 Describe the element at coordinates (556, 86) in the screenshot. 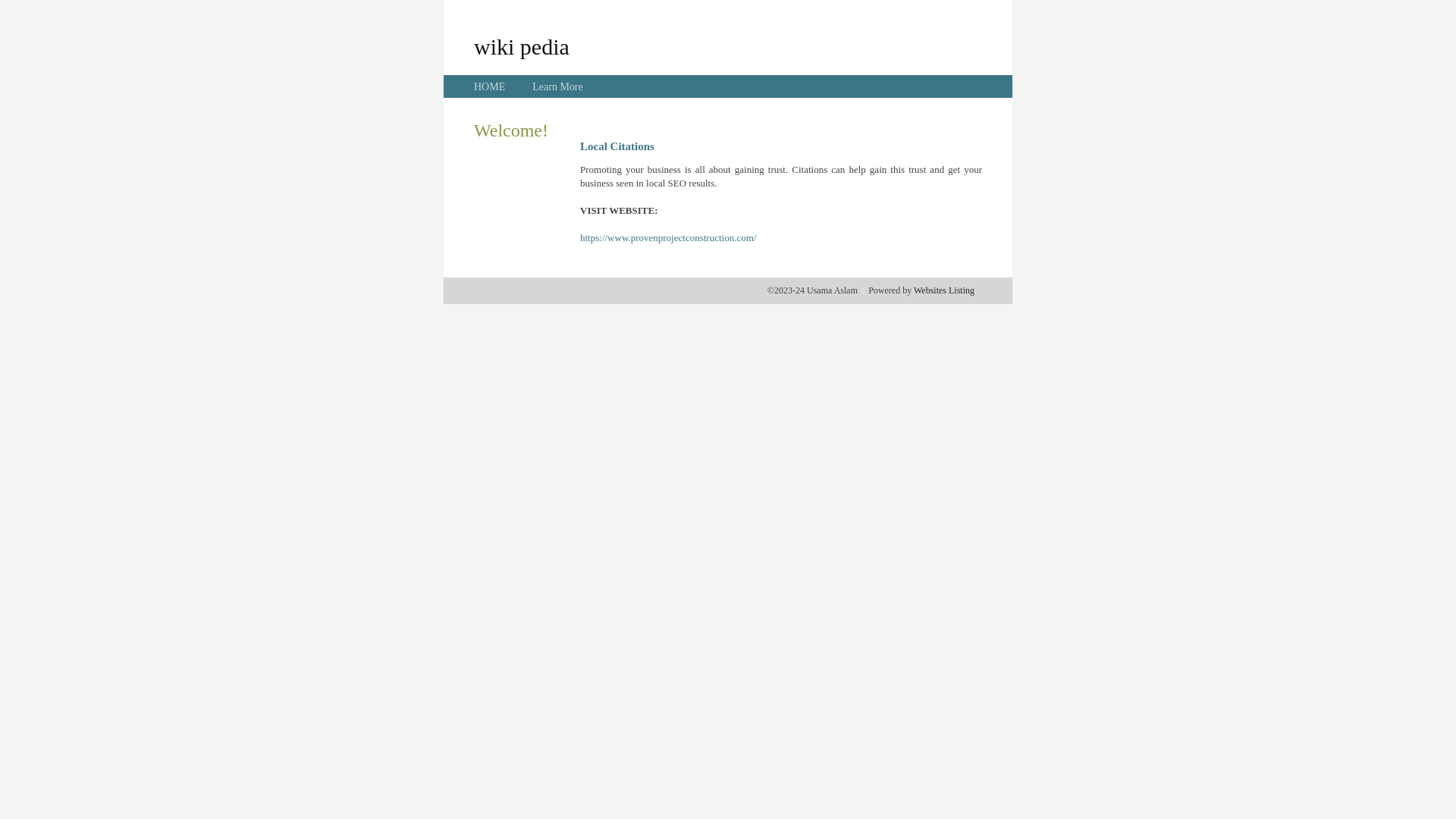

I see `'Learn More'` at that location.